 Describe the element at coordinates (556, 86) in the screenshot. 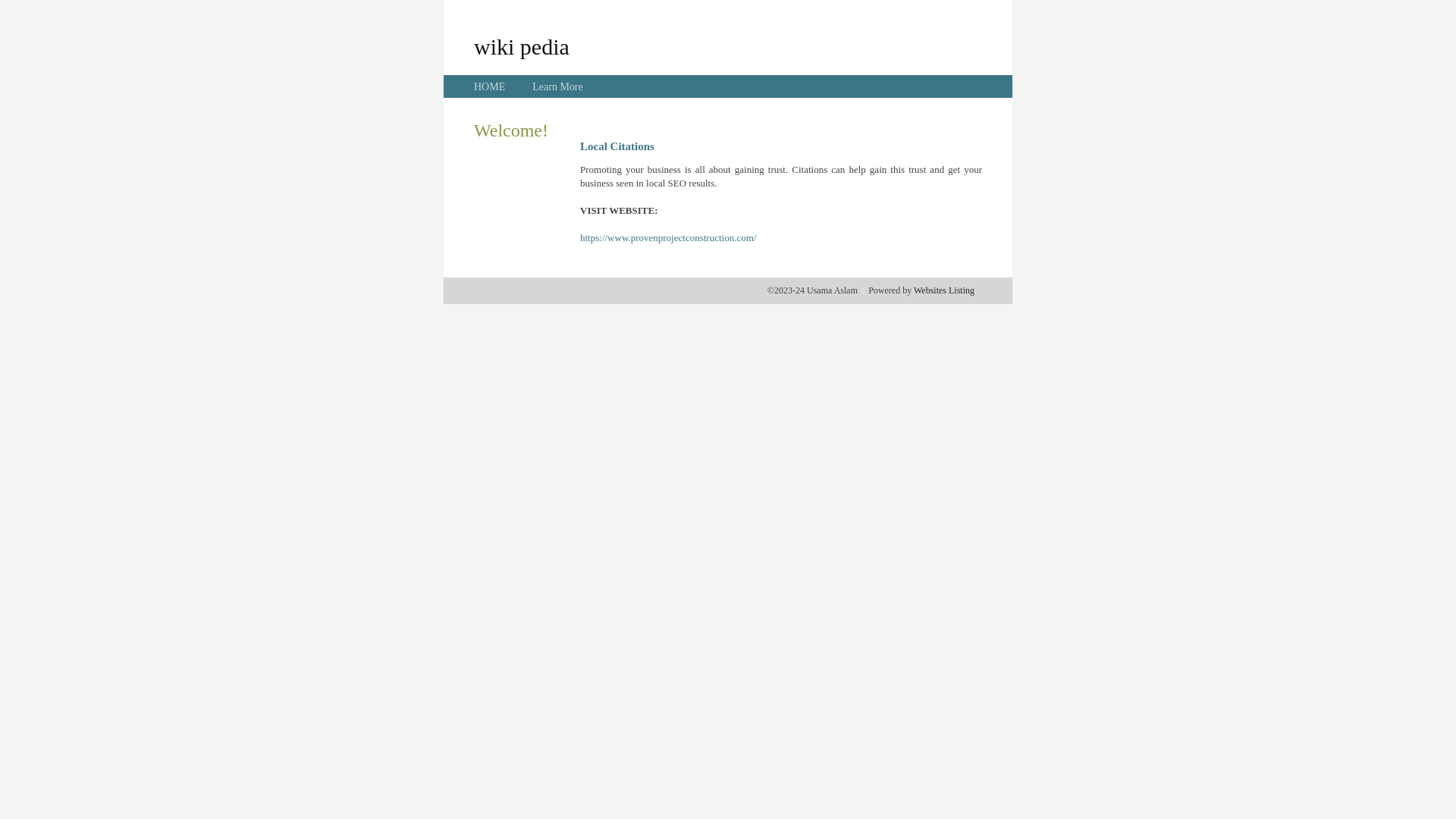

I see `'Learn More'` at that location.